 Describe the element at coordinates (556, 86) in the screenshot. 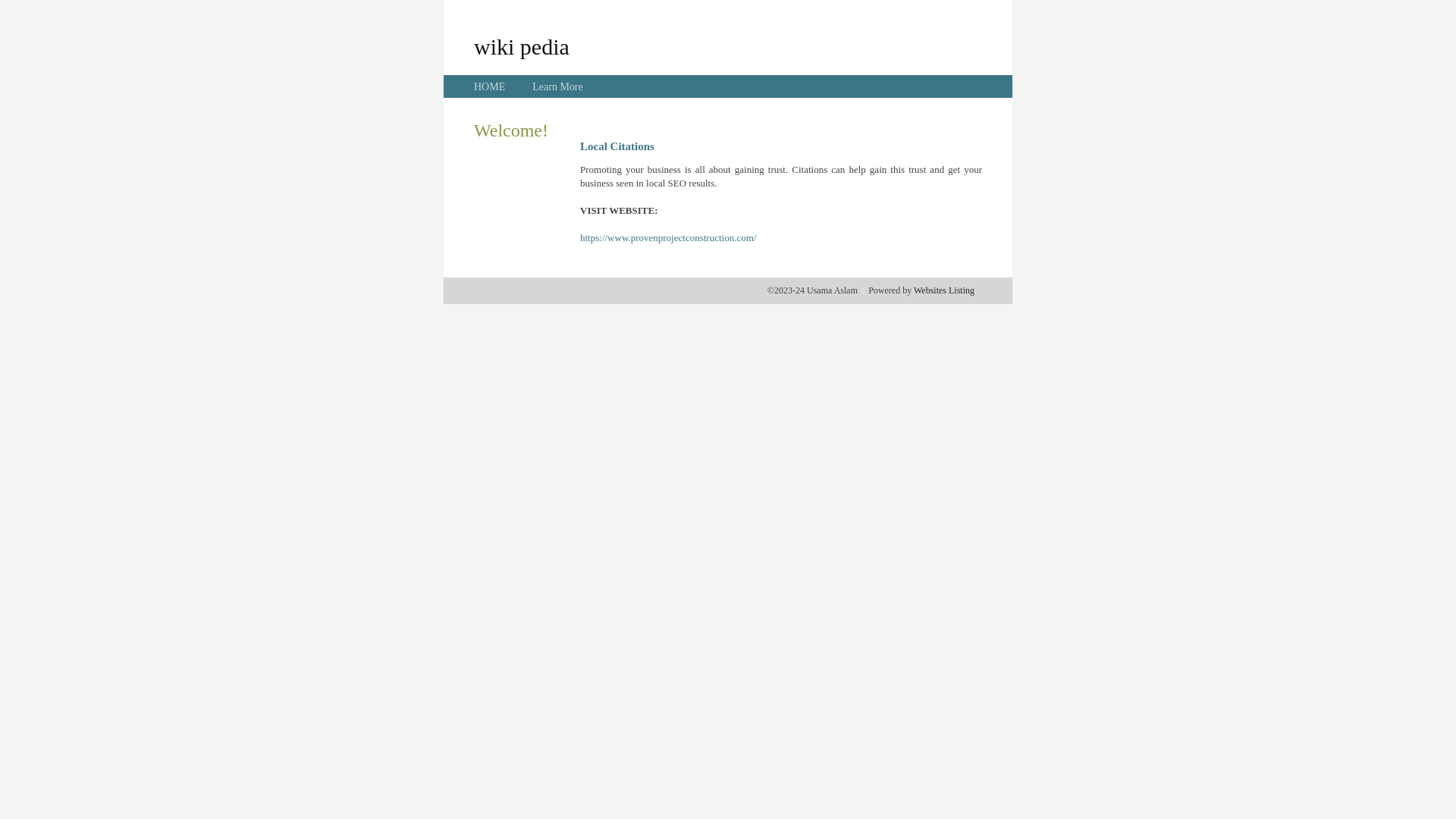

I see `'Learn More'` at that location.